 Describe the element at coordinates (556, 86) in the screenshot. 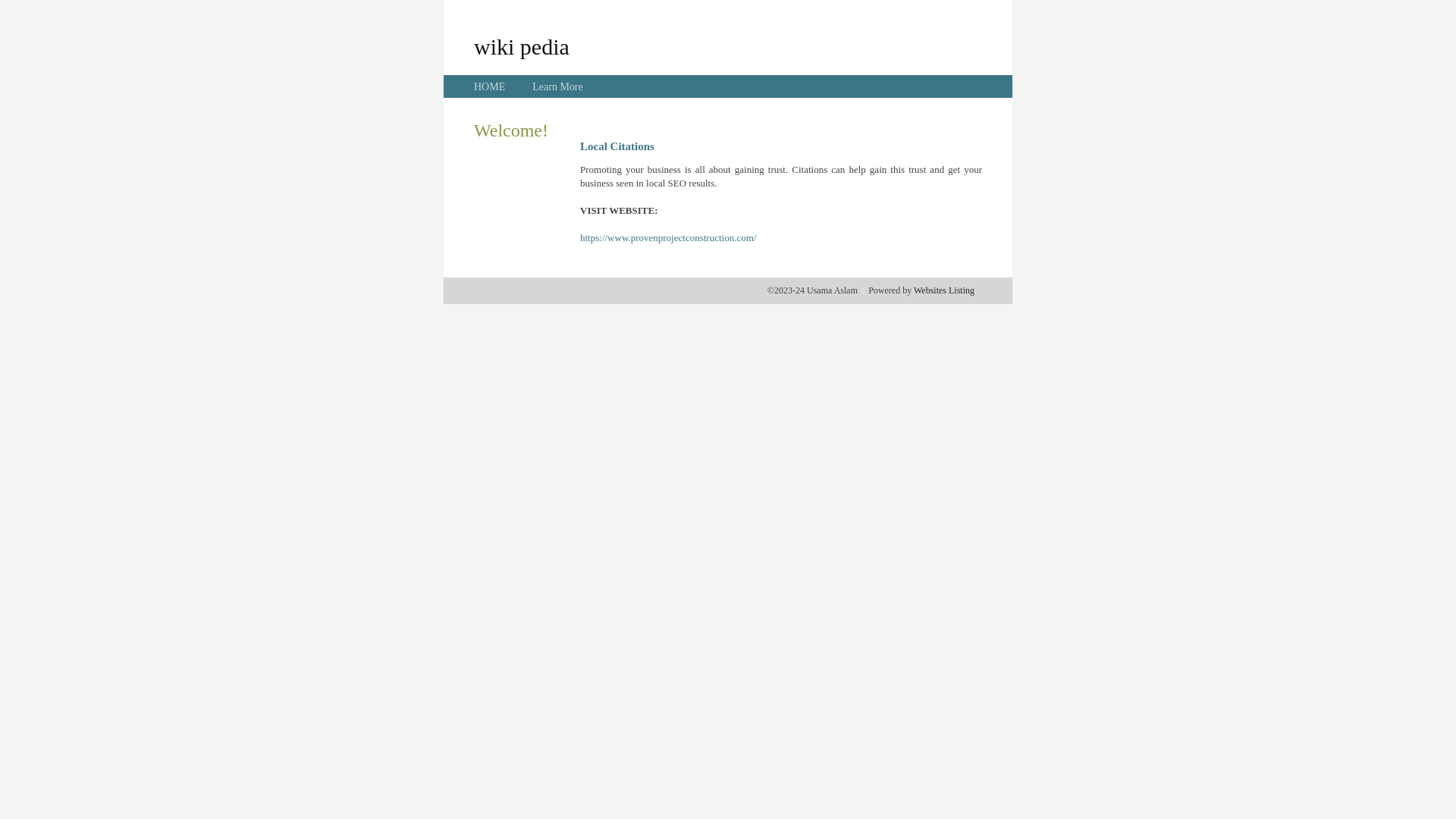

I see `'Learn More'` at that location.